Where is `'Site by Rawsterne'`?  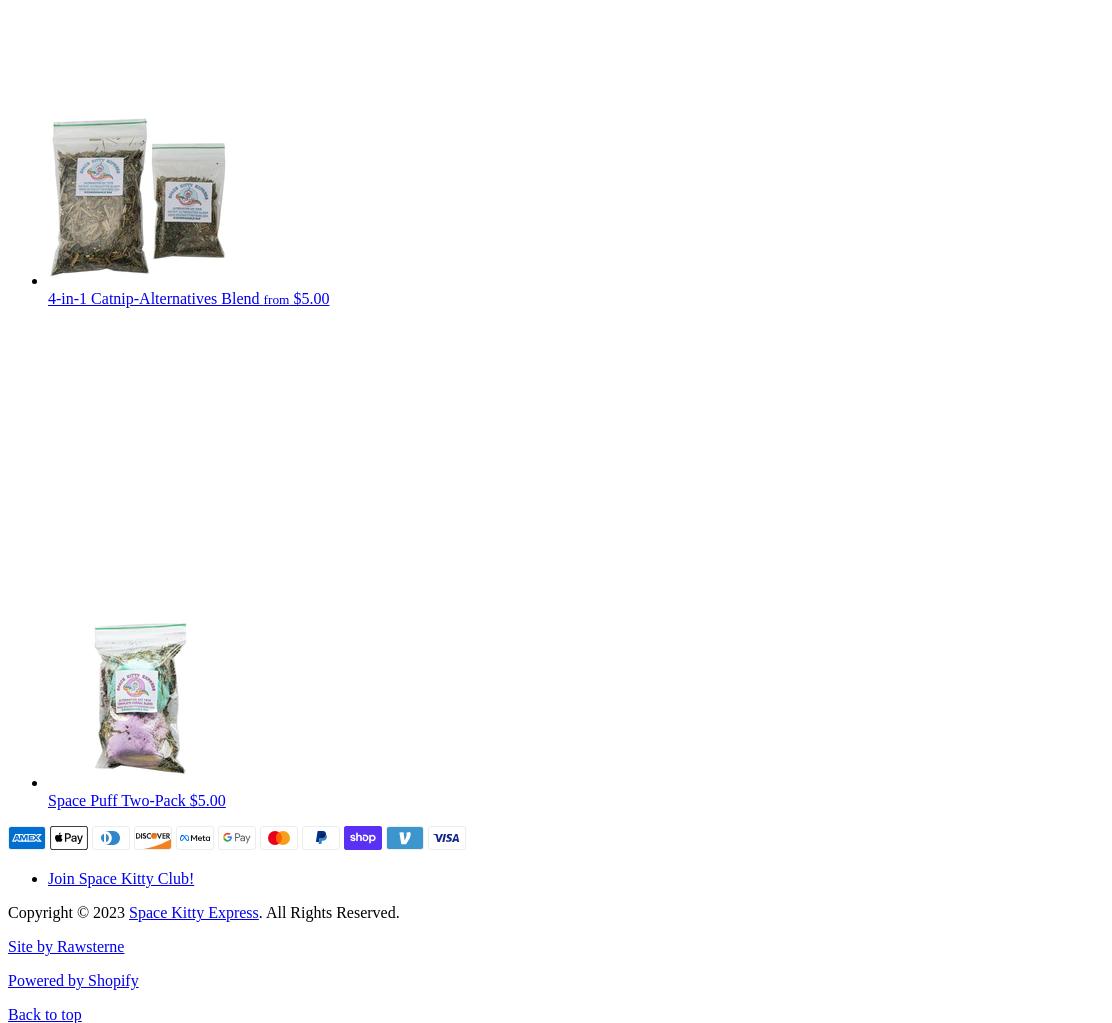
'Site by Rawsterne' is located at coordinates (8, 946).